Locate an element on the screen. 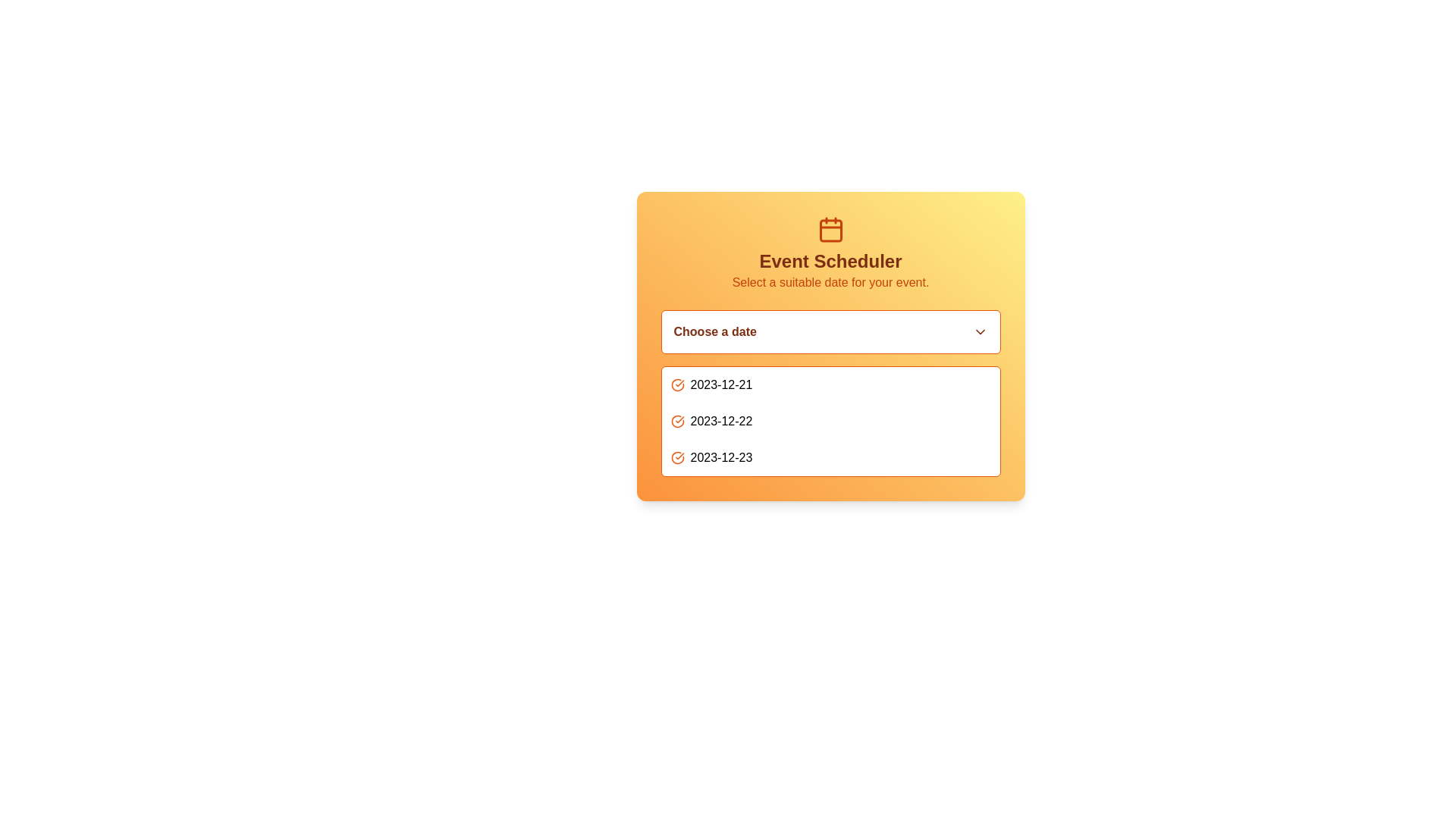 This screenshot has width=1456, height=819. the selectable date option '2023-12-23' in the 'Choose a date' dropdown list within the 'Event Scheduler' panel is located at coordinates (830, 457).